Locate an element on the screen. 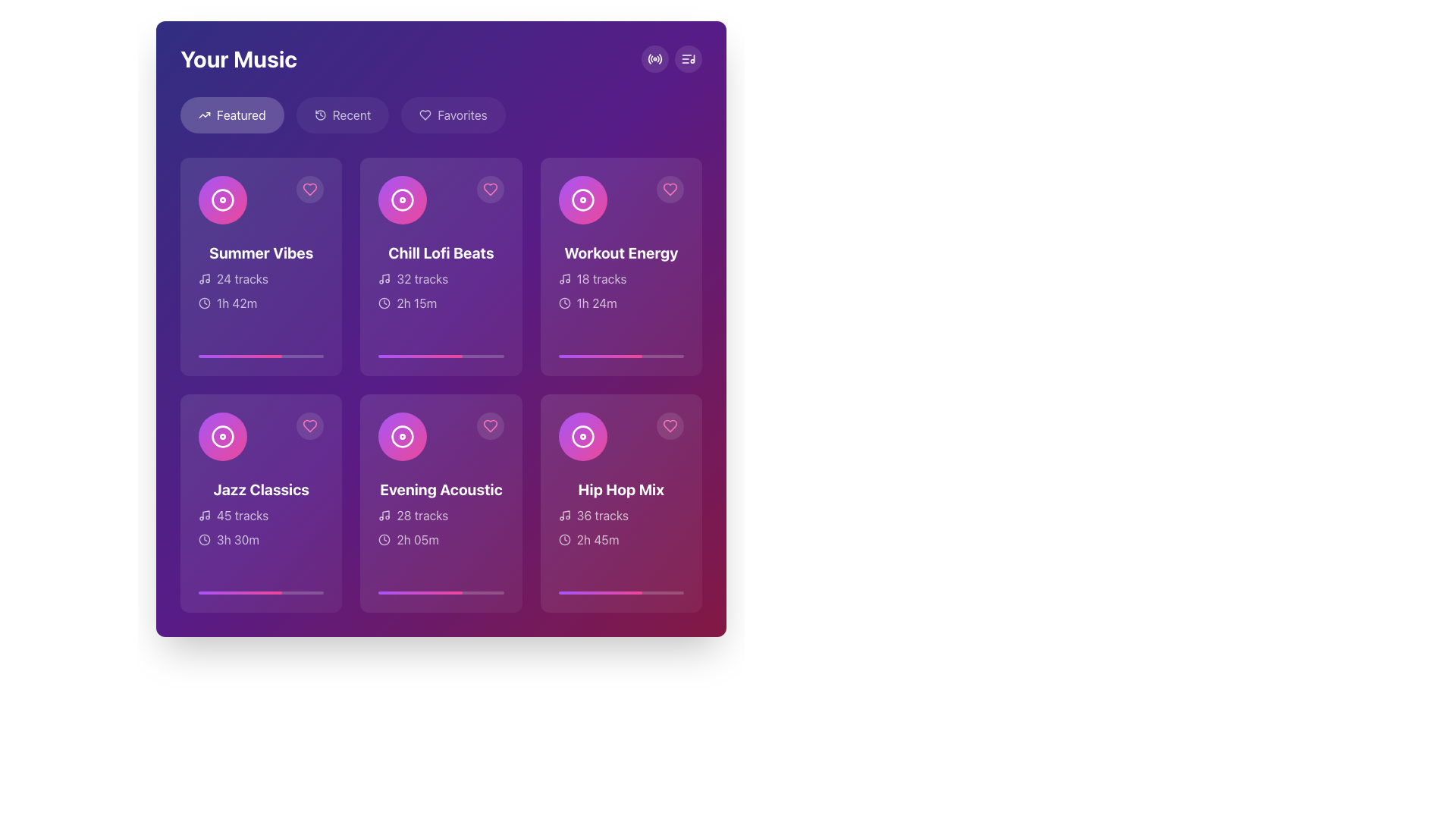  the heart icon button located at the top-right corner of the 'Hip Hop Mix' music collection card for keyboard focus is located at coordinates (669, 426).